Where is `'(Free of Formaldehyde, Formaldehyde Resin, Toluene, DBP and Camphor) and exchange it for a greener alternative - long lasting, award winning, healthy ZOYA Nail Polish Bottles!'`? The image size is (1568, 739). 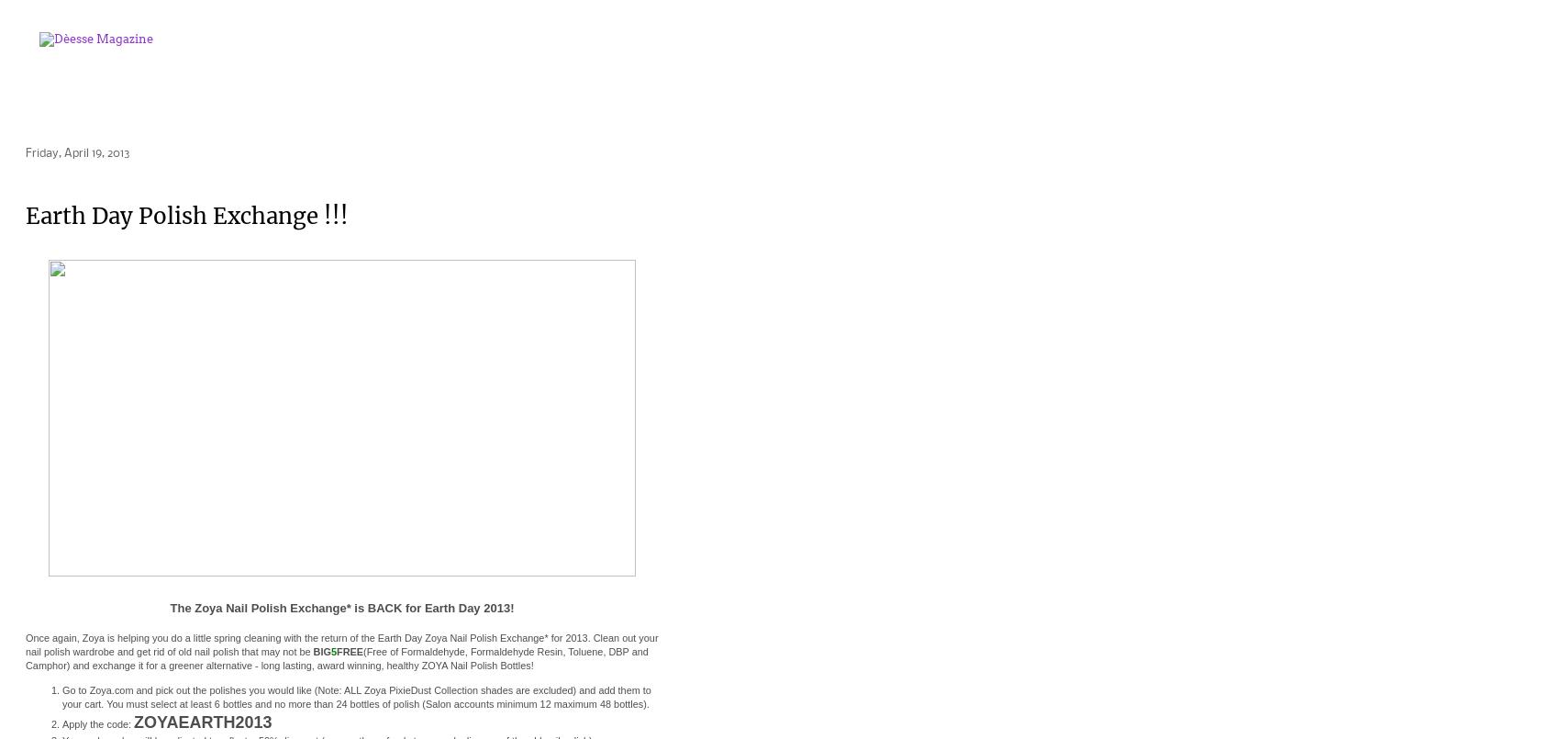 '(Free of Formaldehyde, Formaldehyde Resin, Toluene, DBP and Camphor) and exchange it for a greener alternative - long lasting, award winning, healthy ZOYA Nail Polish Bottles!' is located at coordinates (335, 658).